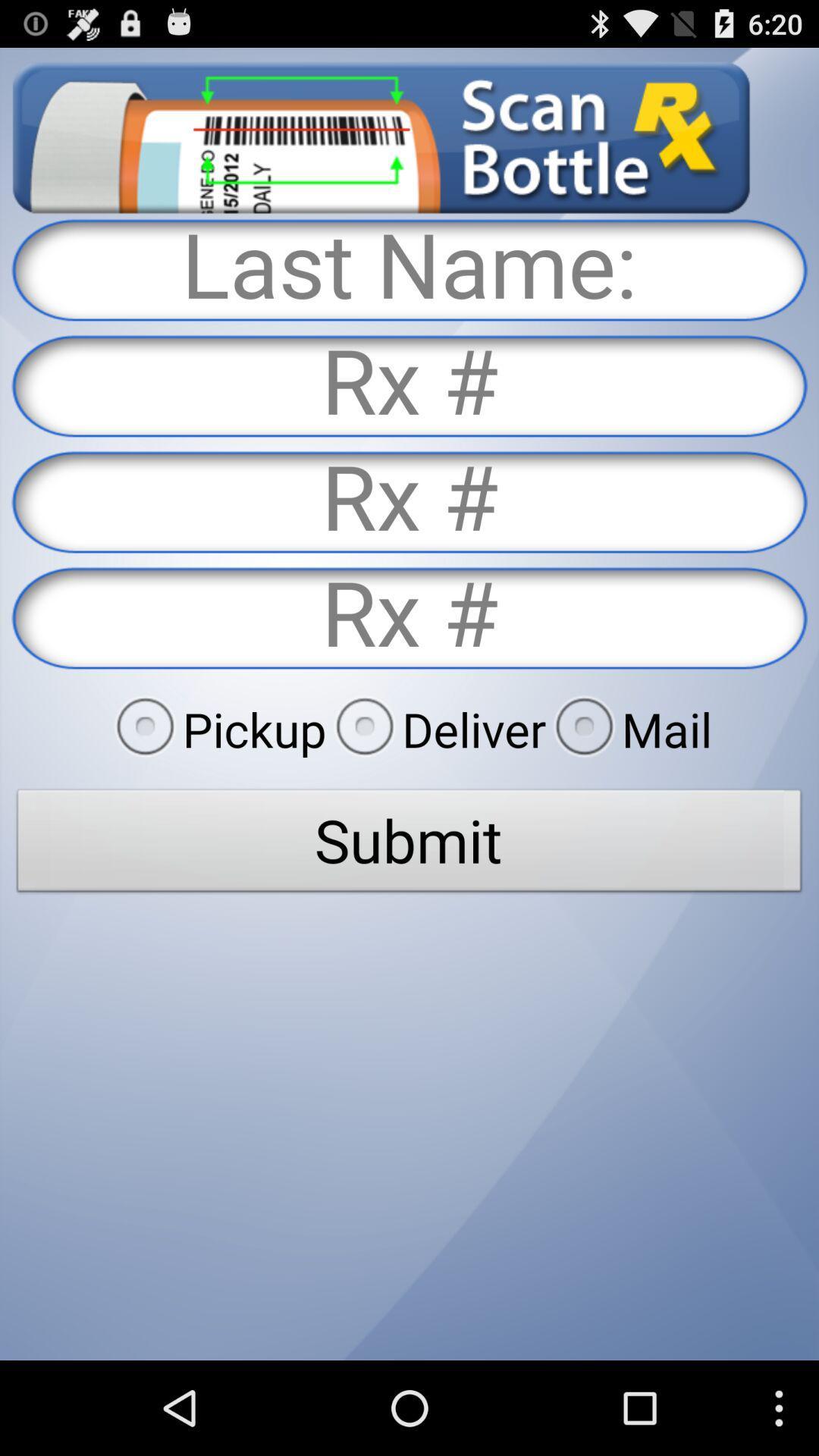 This screenshot has width=819, height=1456. Describe the element at coordinates (629, 729) in the screenshot. I see `the item above submit button` at that location.